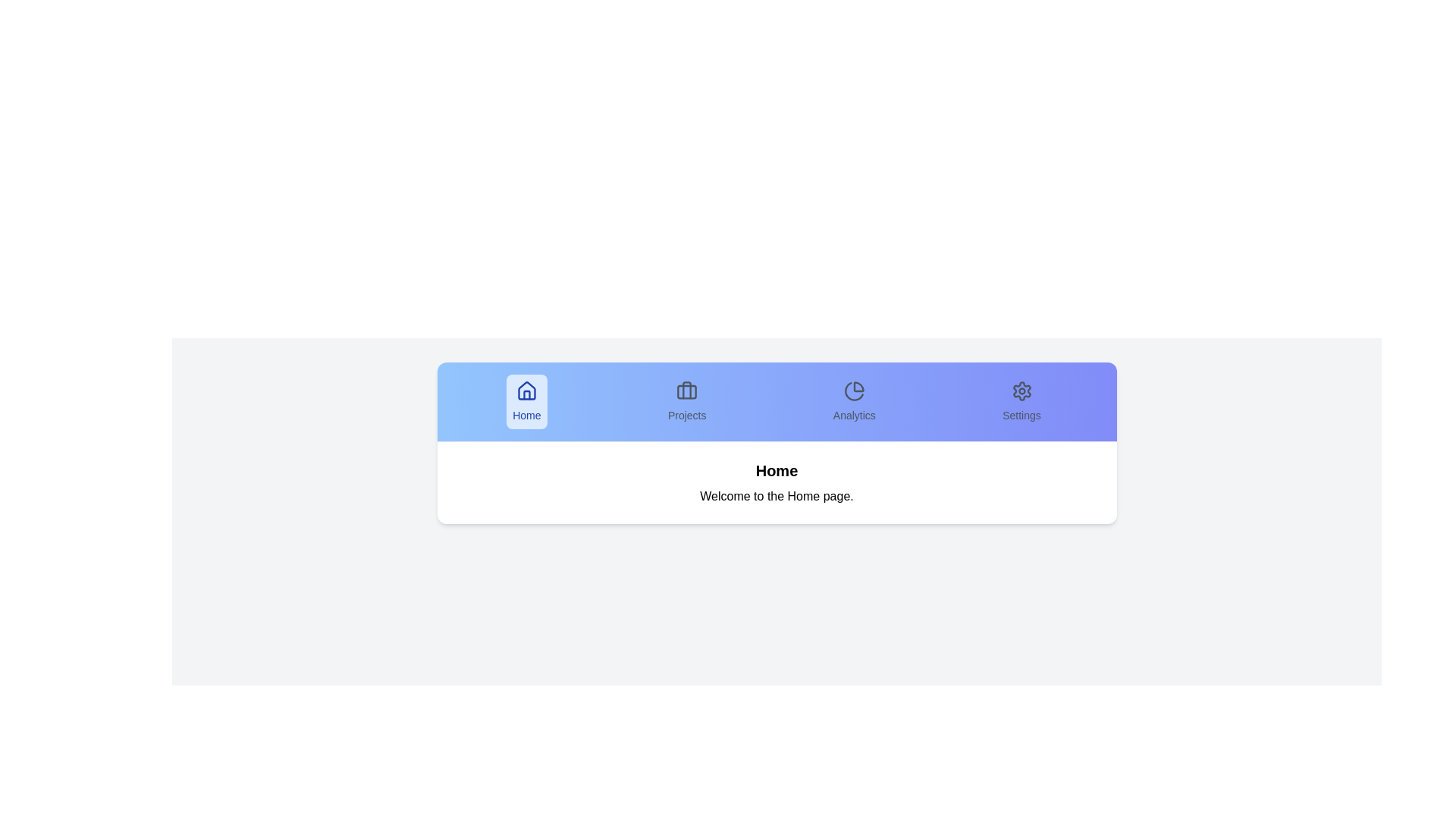 The height and width of the screenshot is (819, 1456). What do you see at coordinates (1021, 400) in the screenshot?
I see `the tab labeled Settings to switch to that tab` at bounding box center [1021, 400].